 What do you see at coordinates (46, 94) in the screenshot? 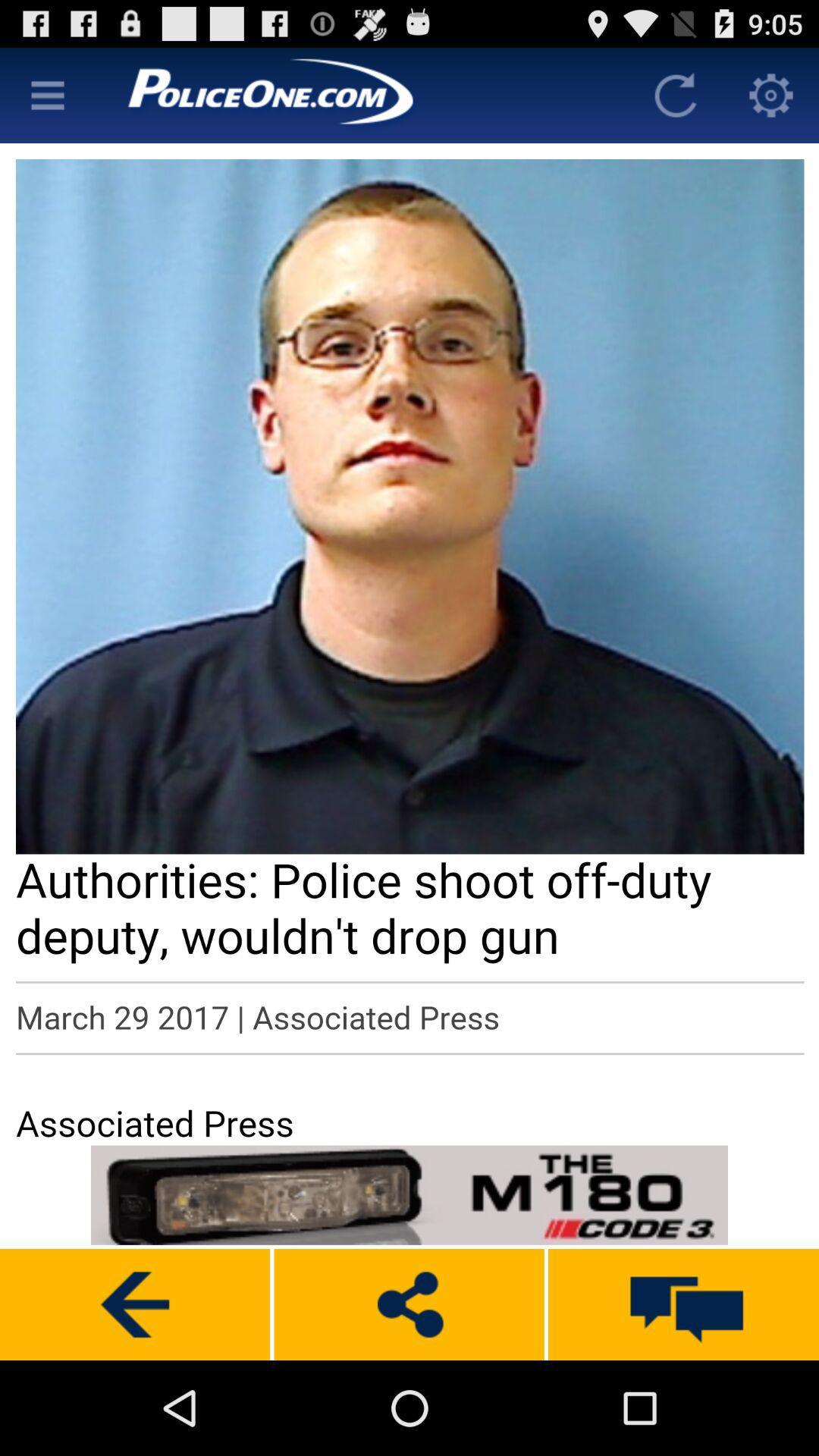
I see `poliice one app menu` at bounding box center [46, 94].